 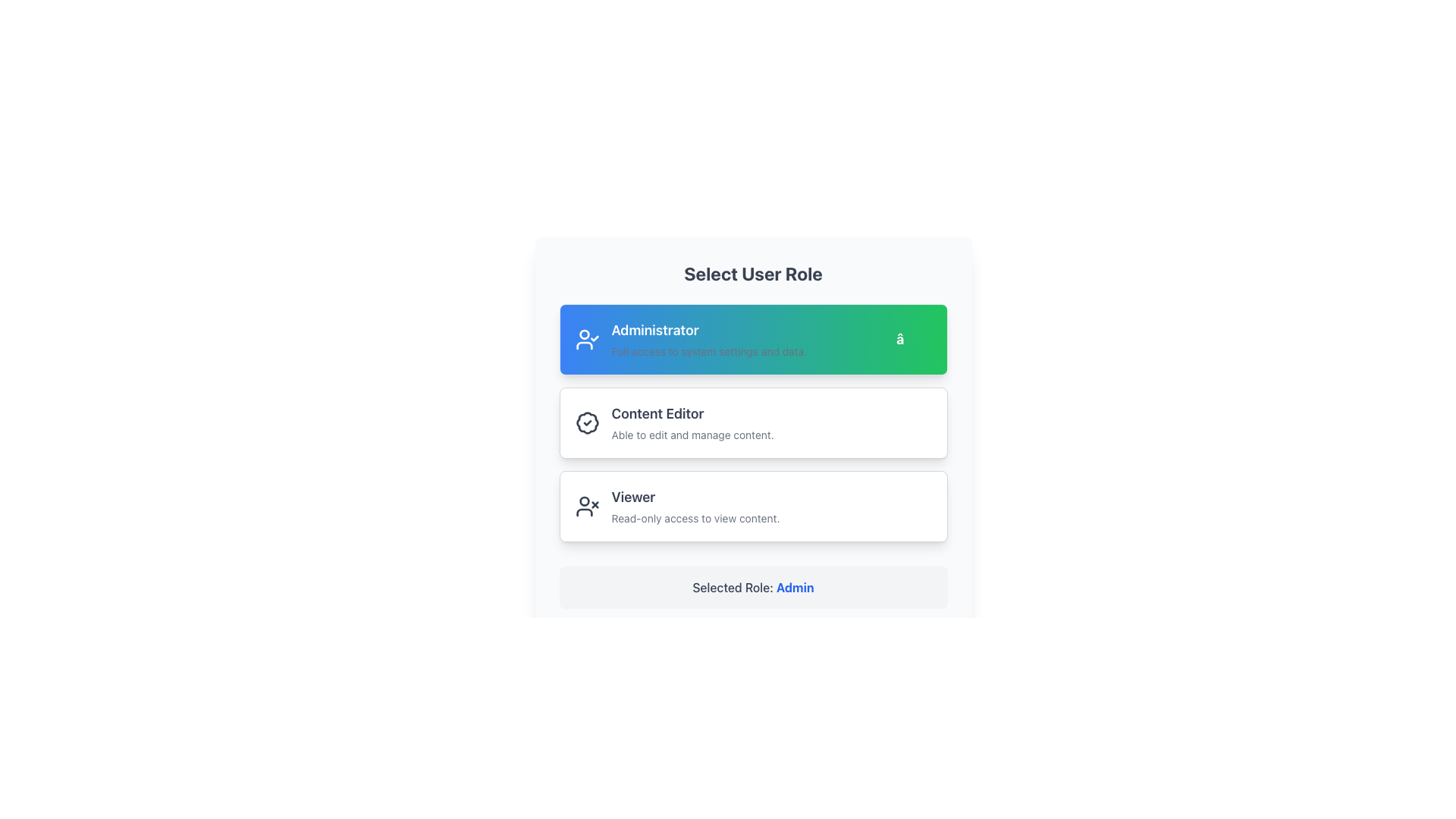 What do you see at coordinates (771, 517) in the screenshot?
I see `the descriptive text label displaying 'Read-only access` at bounding box center [771, 517].